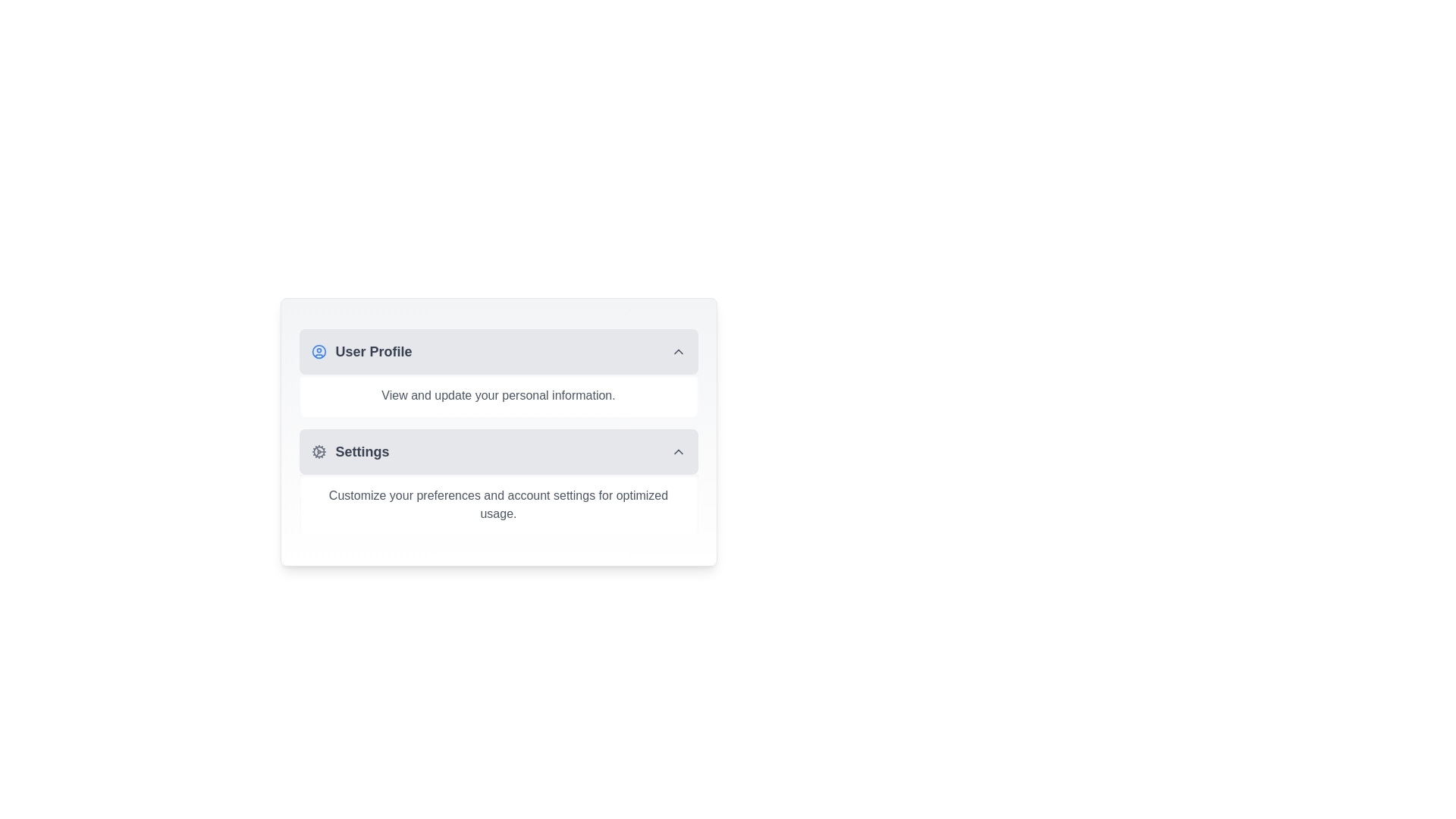 Image resolution: width=1456 pixels, height=819 pixels. I want to click on descriptive text label located below the 'User Profile' section to understand the context, so click(498, 394).